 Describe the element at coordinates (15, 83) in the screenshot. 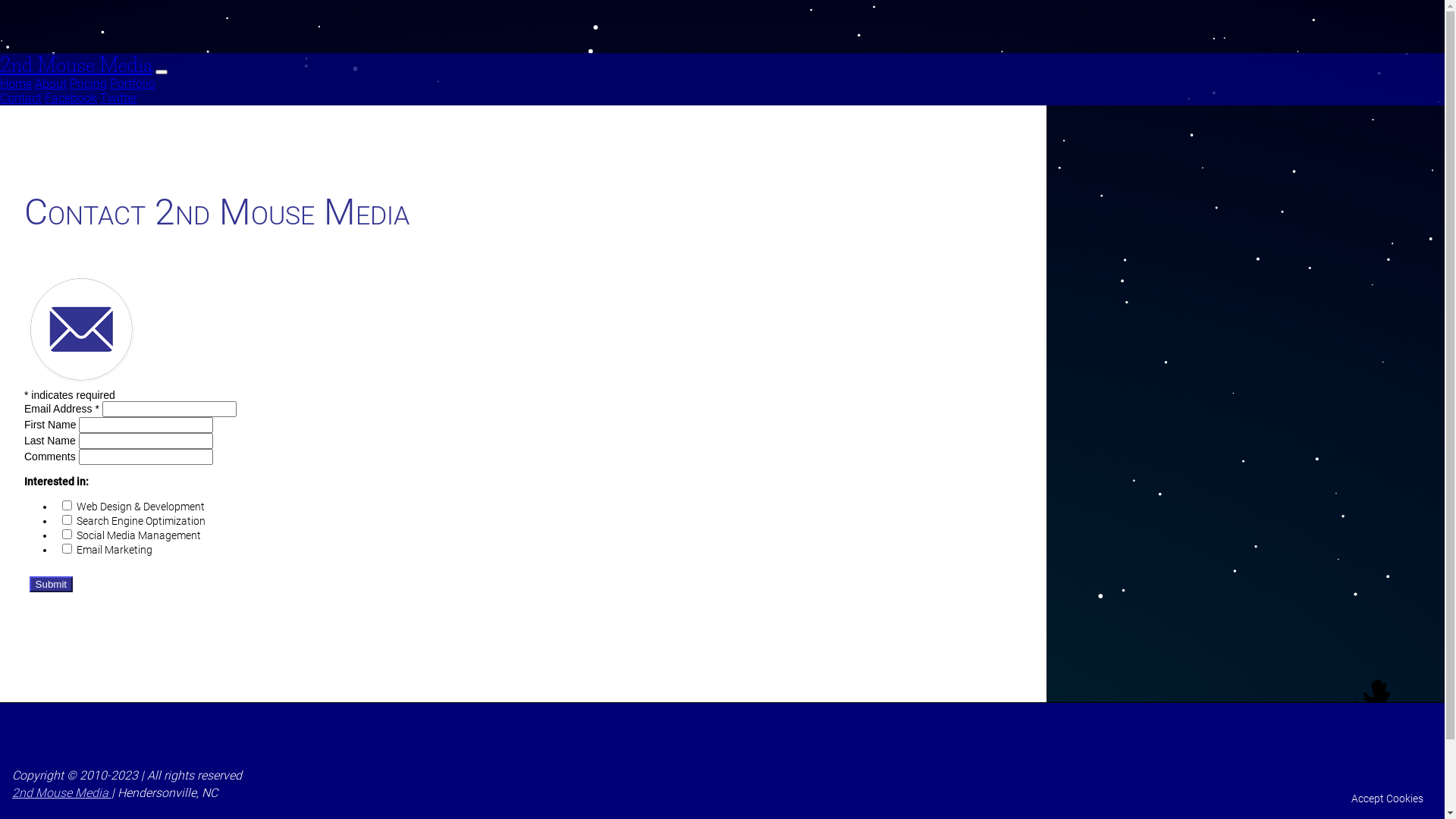

I see `'Home'` at that location.